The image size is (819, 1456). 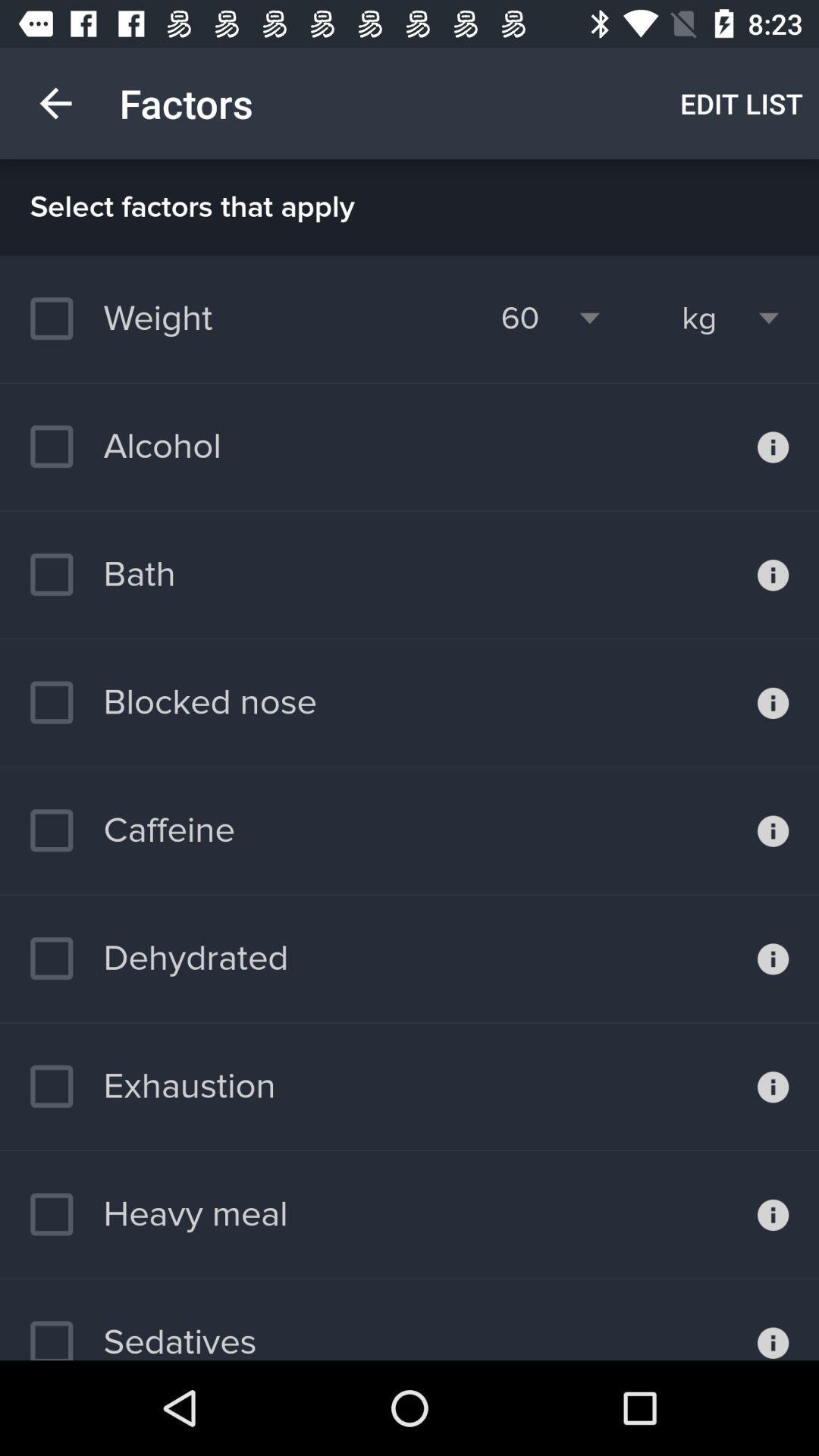 What do you see at coordinates (699, 318) in the screenshot?
I see `the icon to the right of 60` at bounding box center [699, 318].